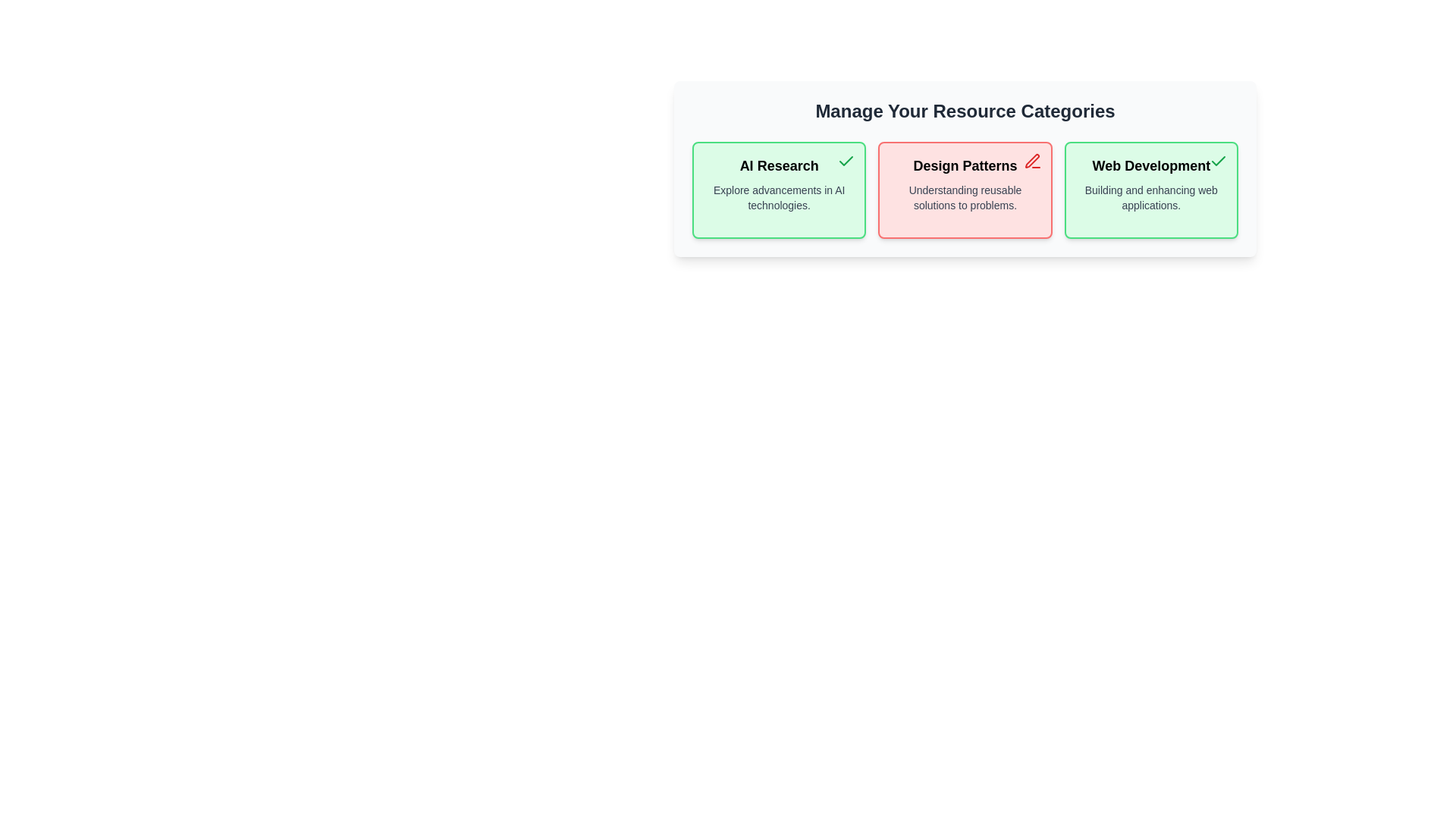 The height and width of the screenshot is (819, 1456). What do you see at coordinates (964, 166) in the screenshot?
I see `the text of the category name or description for Design Patterns` at bounding box center [964, 166].